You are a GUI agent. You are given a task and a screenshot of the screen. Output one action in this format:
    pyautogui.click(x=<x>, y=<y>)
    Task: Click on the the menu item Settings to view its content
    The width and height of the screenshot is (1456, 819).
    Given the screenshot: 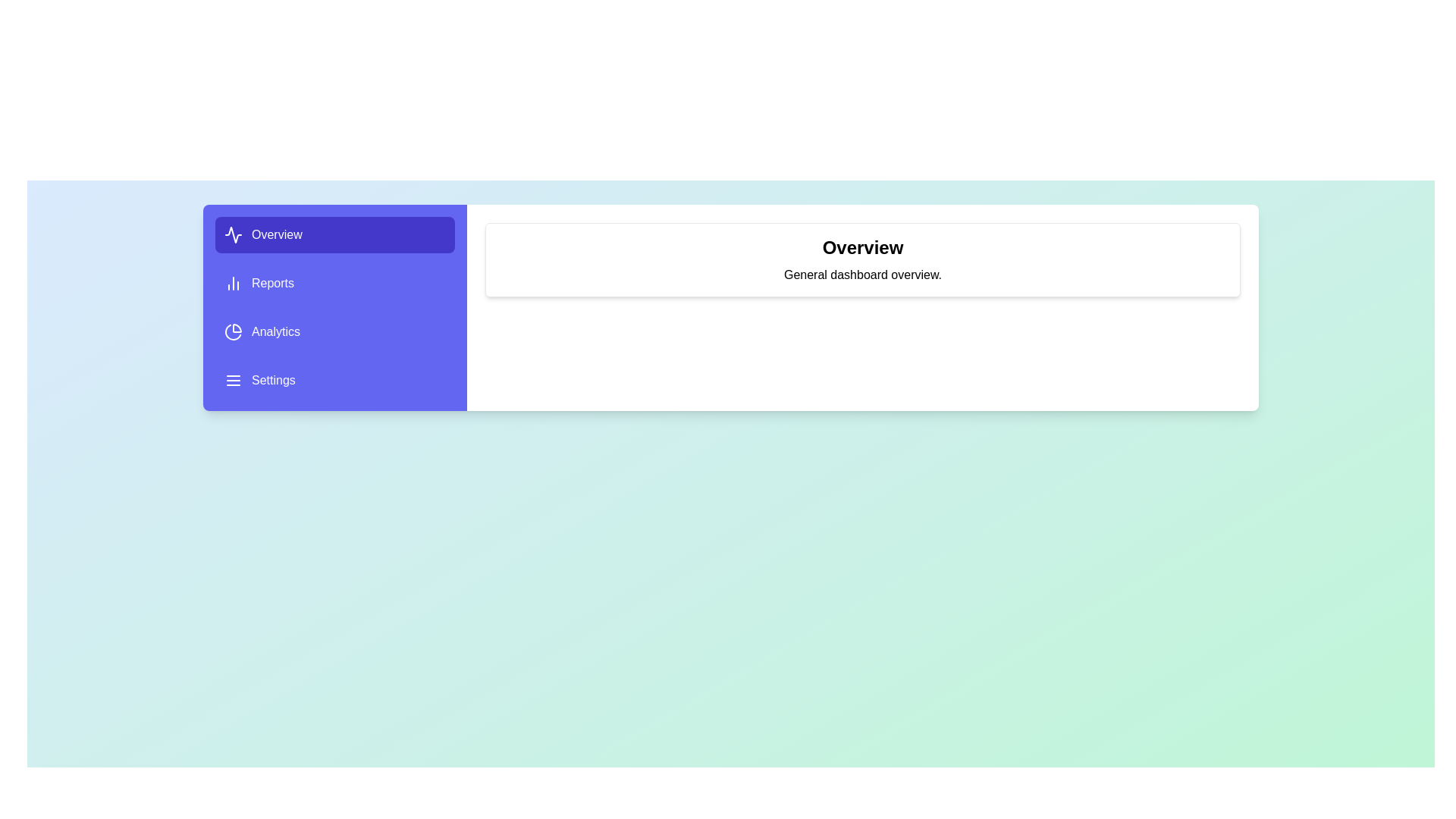 What is the action you would take?
    pyautogui.click(x=334, y=379)
    